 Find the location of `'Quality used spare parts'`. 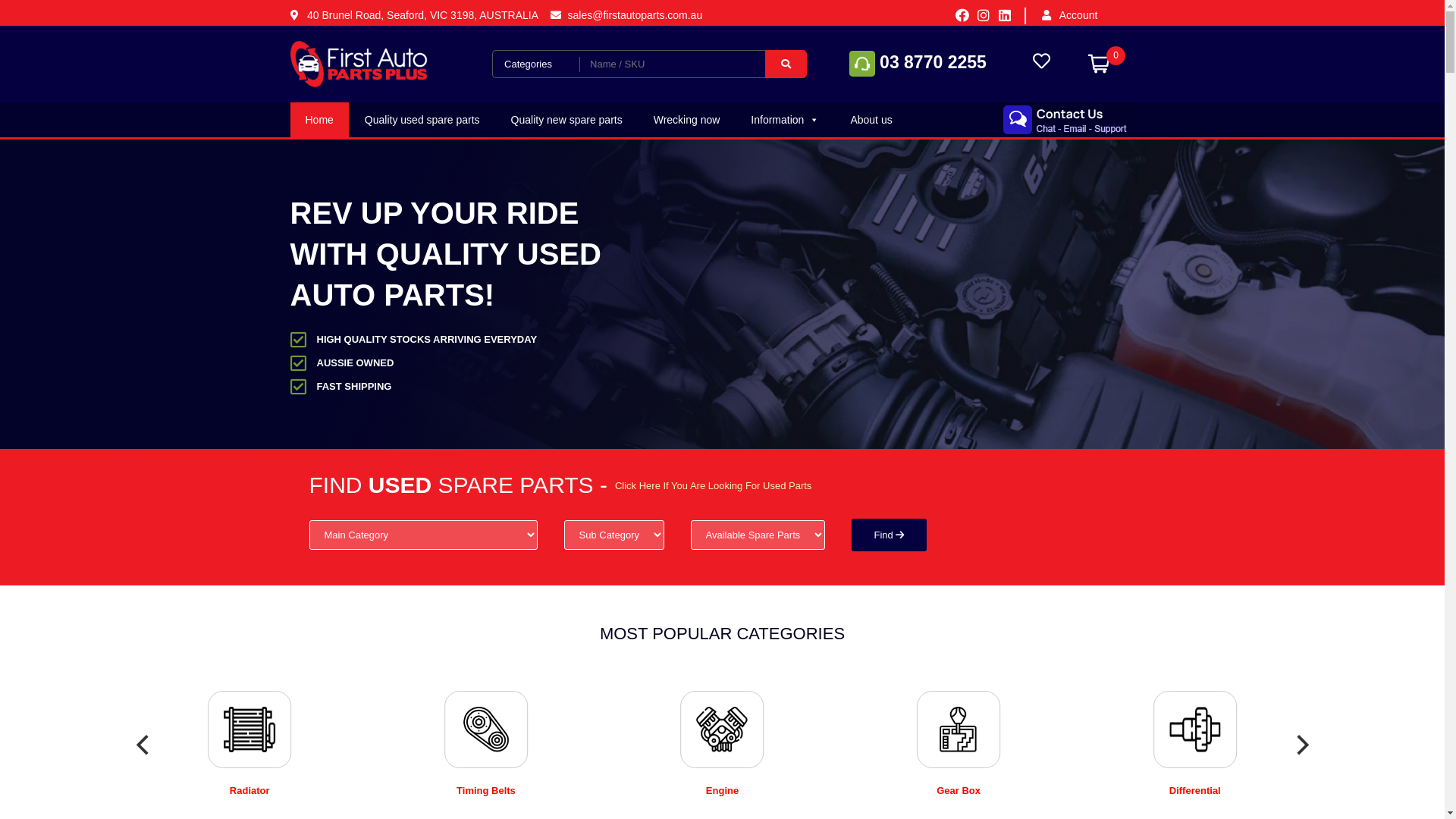

'Quality used spare parts' is located at coordinates (348, 119).